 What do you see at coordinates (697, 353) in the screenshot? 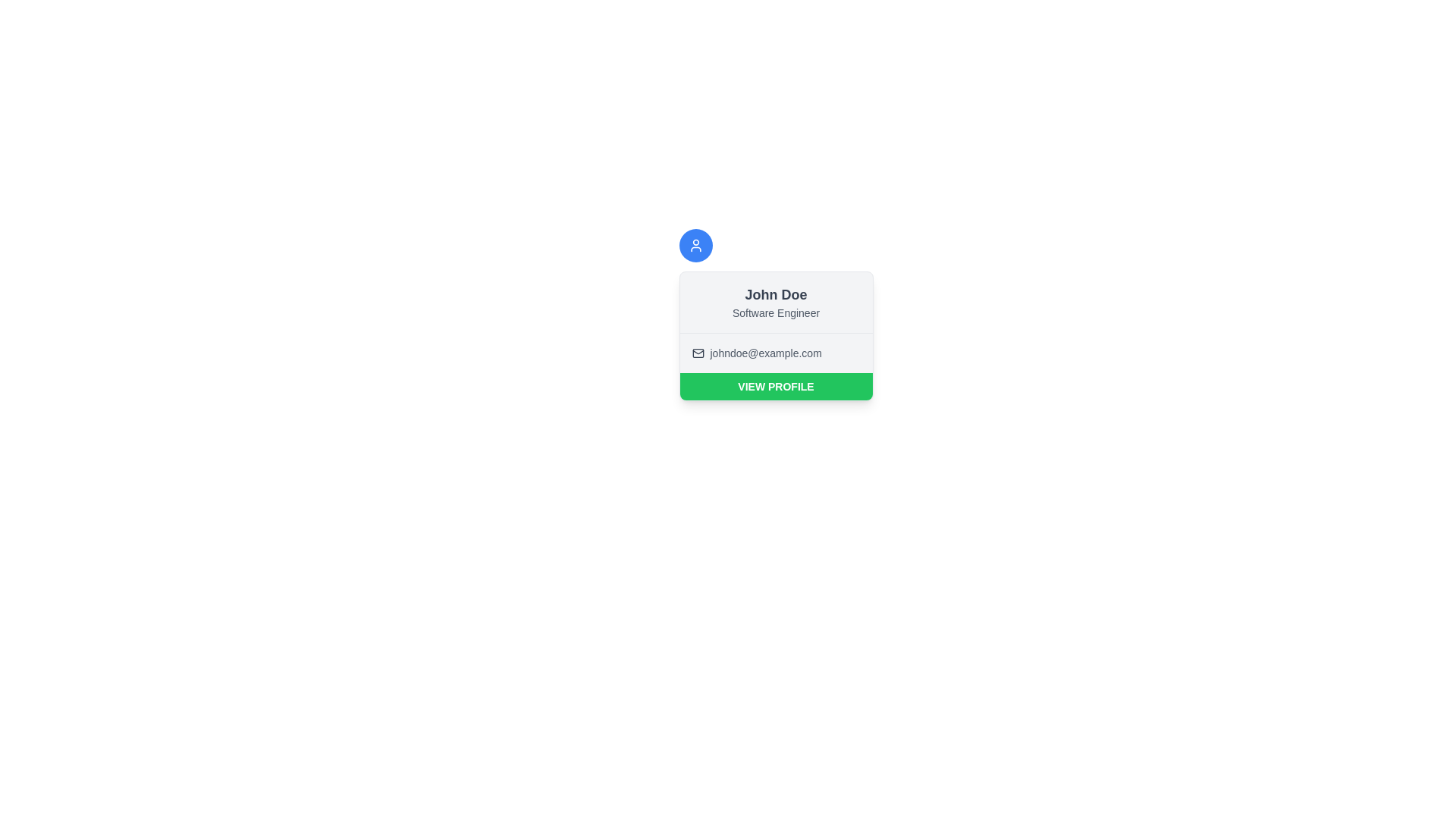
I see `the email icon located within the profile card, which visually indicates the adjacent email address 'johndoe@example.com'` at bounding box center [697, 353].